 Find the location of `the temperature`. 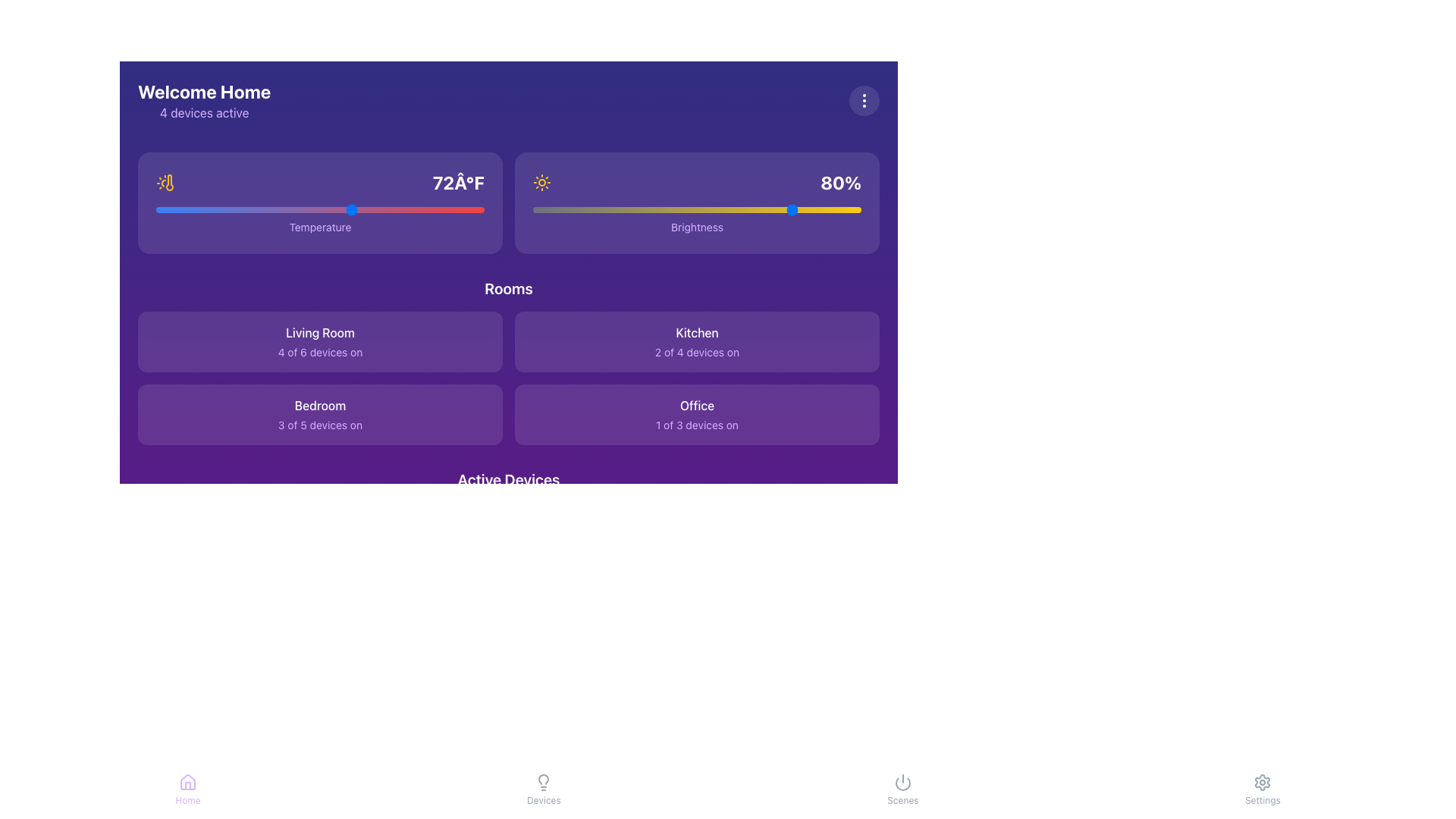

the temperature is located at coordinates (188, 210).